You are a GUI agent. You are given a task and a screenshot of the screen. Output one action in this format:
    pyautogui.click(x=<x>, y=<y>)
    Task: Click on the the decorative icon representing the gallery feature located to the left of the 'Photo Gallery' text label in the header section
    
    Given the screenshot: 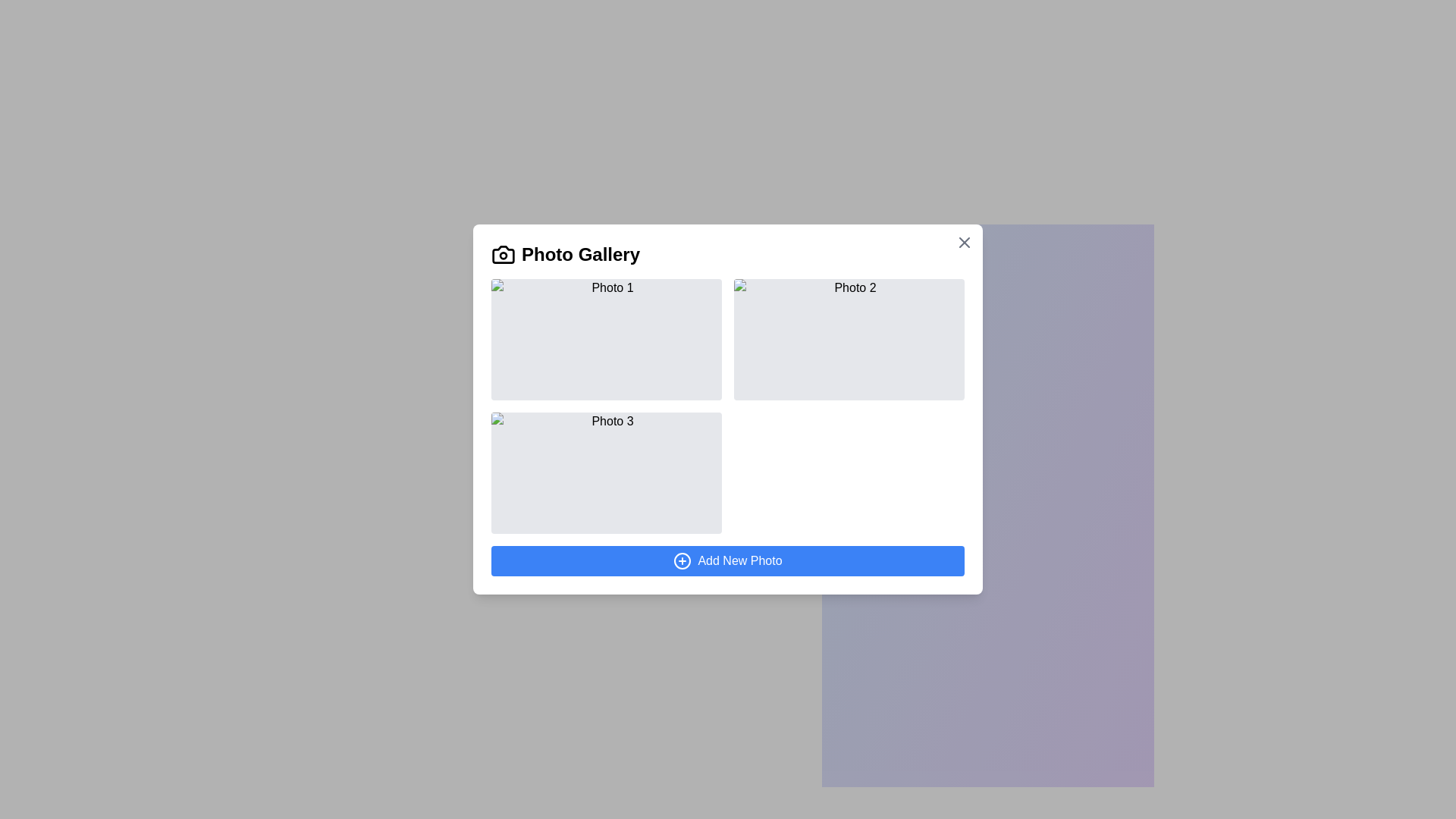 What is the action you would take?
    pyautogui.click(x=503, y=253)
    